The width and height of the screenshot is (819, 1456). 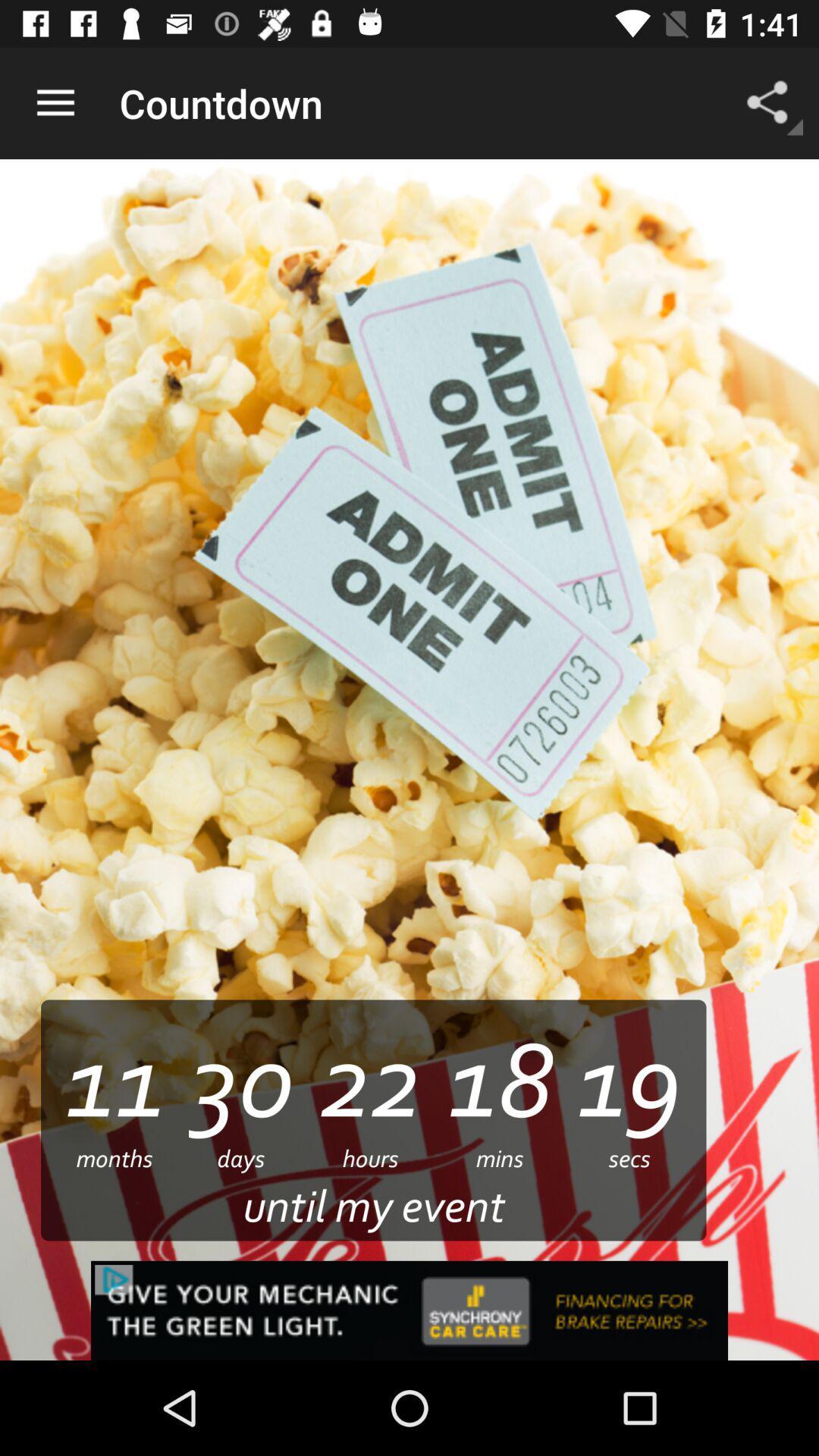 I want to click on advertisement, so click(x=409, y=1310).